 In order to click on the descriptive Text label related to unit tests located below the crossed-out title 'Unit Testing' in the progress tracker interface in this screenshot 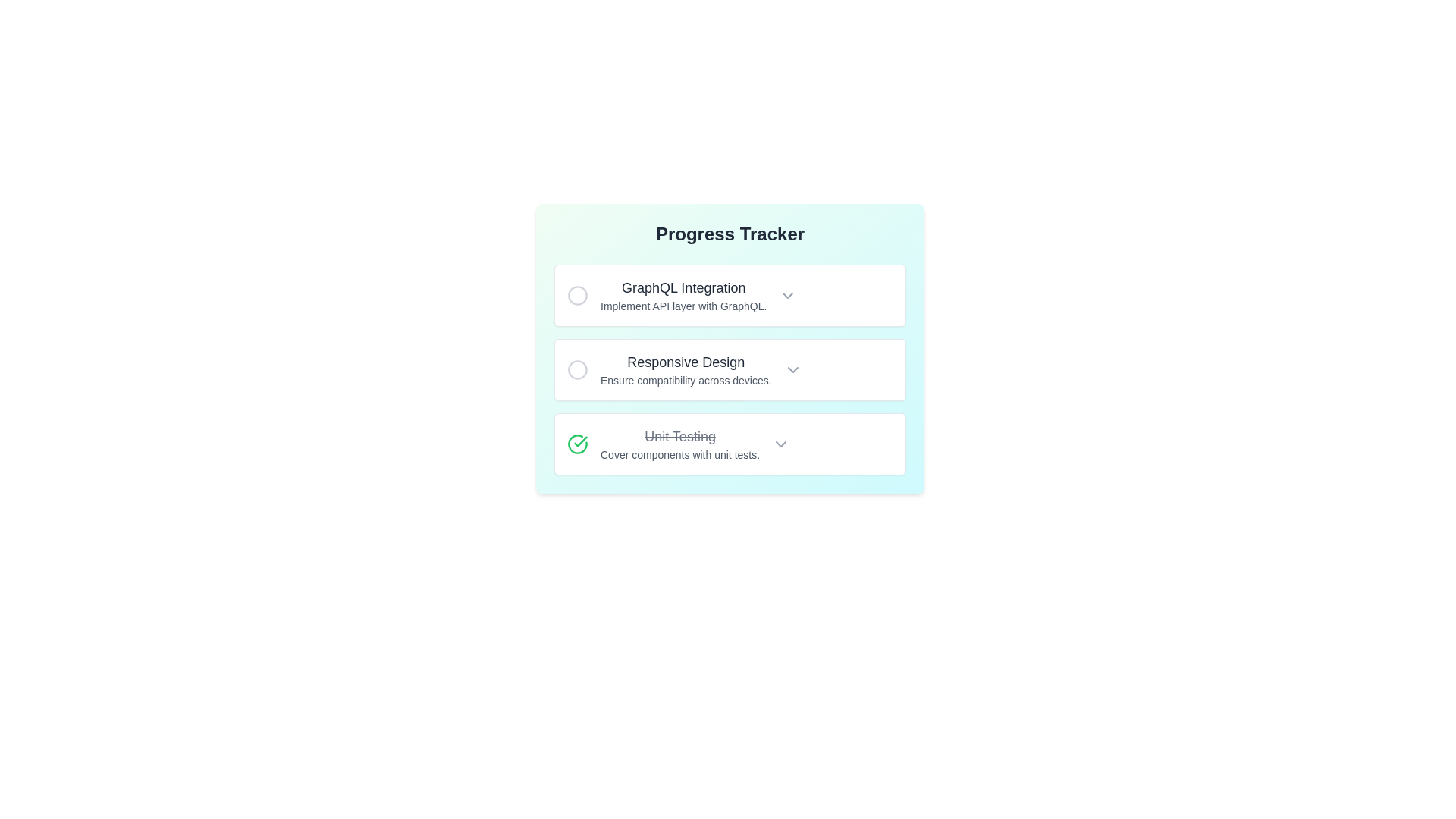, I will do `click(679, 454)`.